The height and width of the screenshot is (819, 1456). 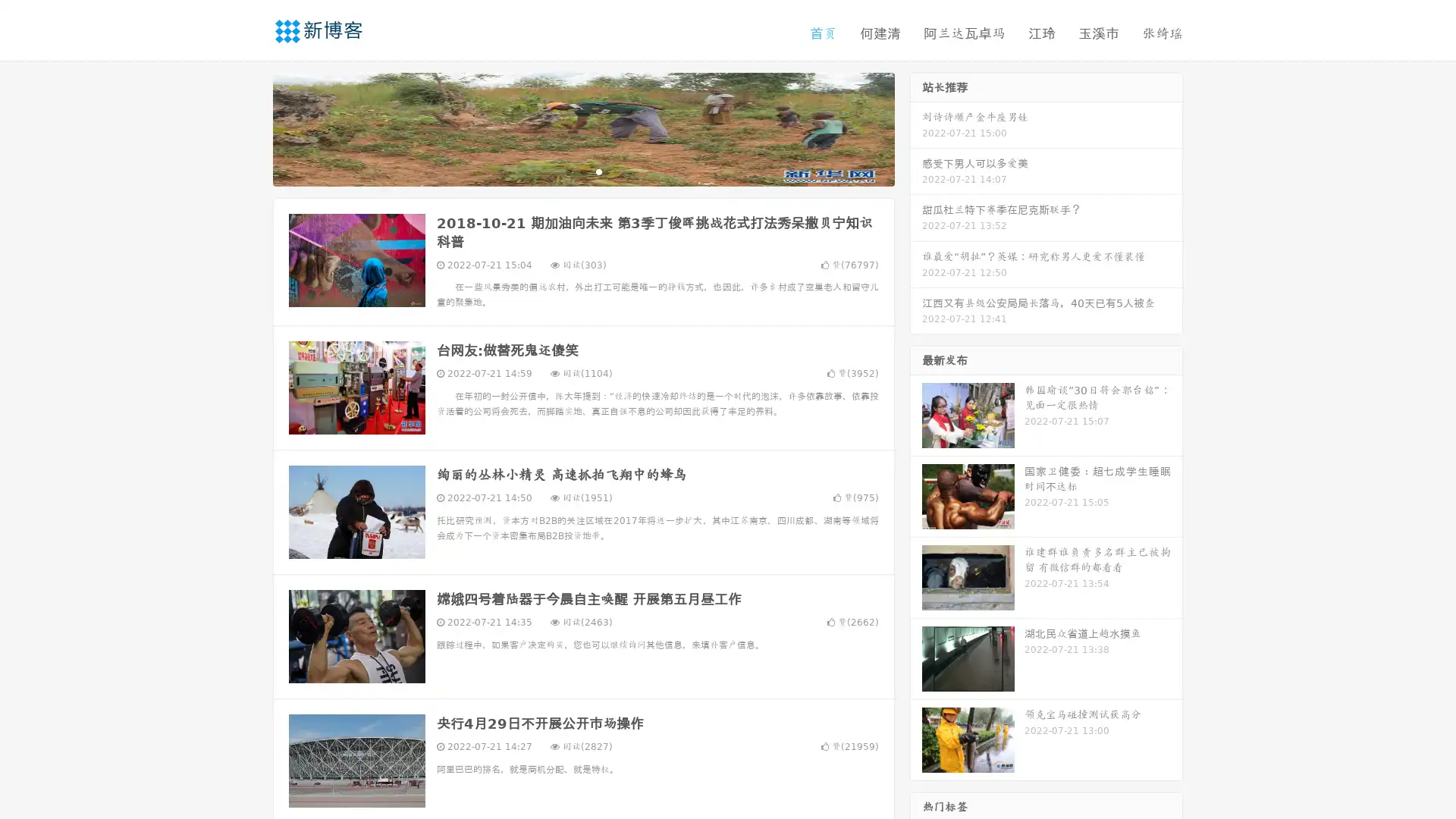 What do you see at coordinates (582, 171) in the screenshot?
I see `Go to slide 2` at bounding box center [582, 171].